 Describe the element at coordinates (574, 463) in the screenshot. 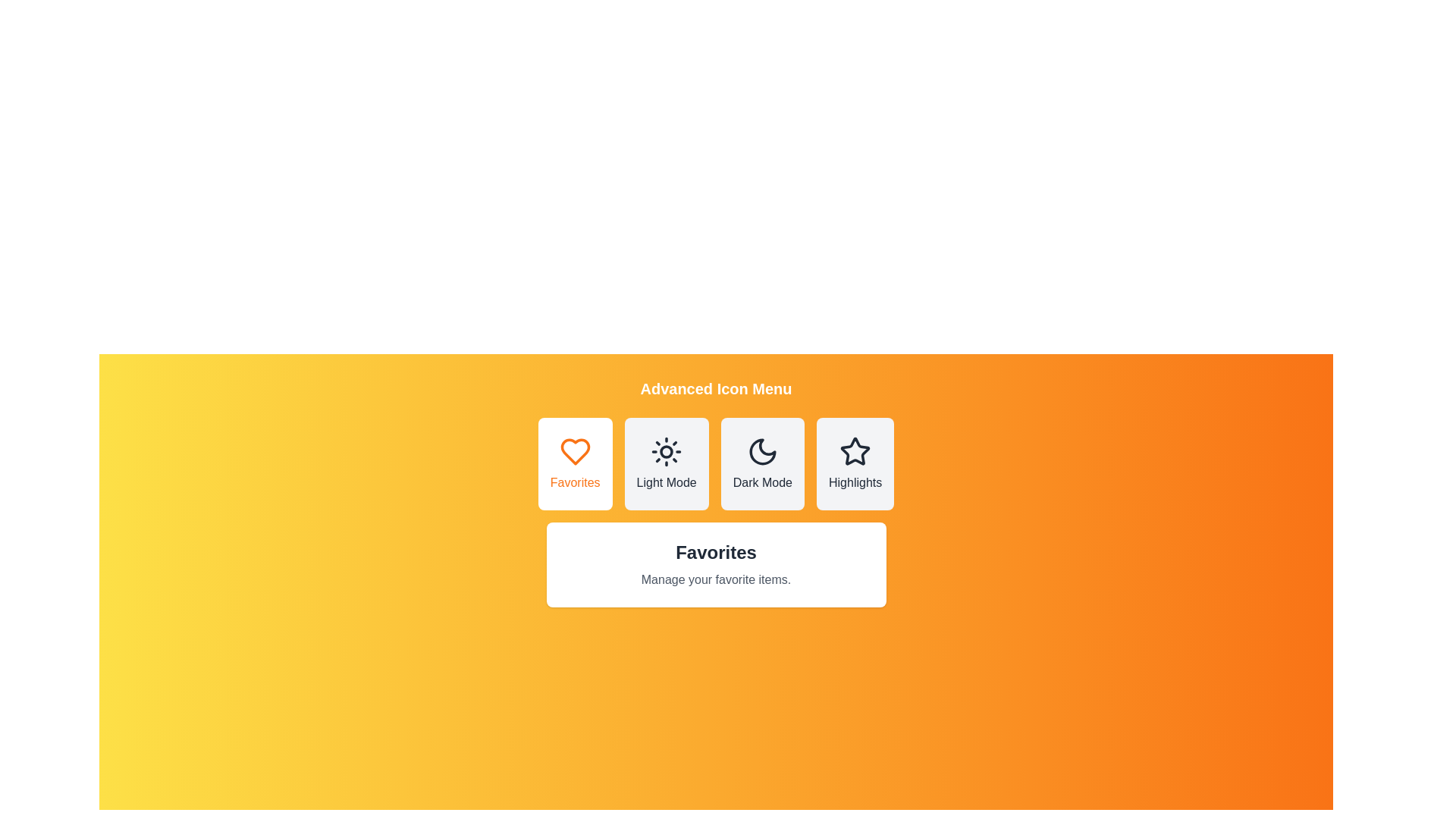

I see `the 'Favorites' button, which is a white rectangular button with an orange outline and an orange heart icon above the text label 'Favorites', located in the top-left corner of a row of buttons` at that location.